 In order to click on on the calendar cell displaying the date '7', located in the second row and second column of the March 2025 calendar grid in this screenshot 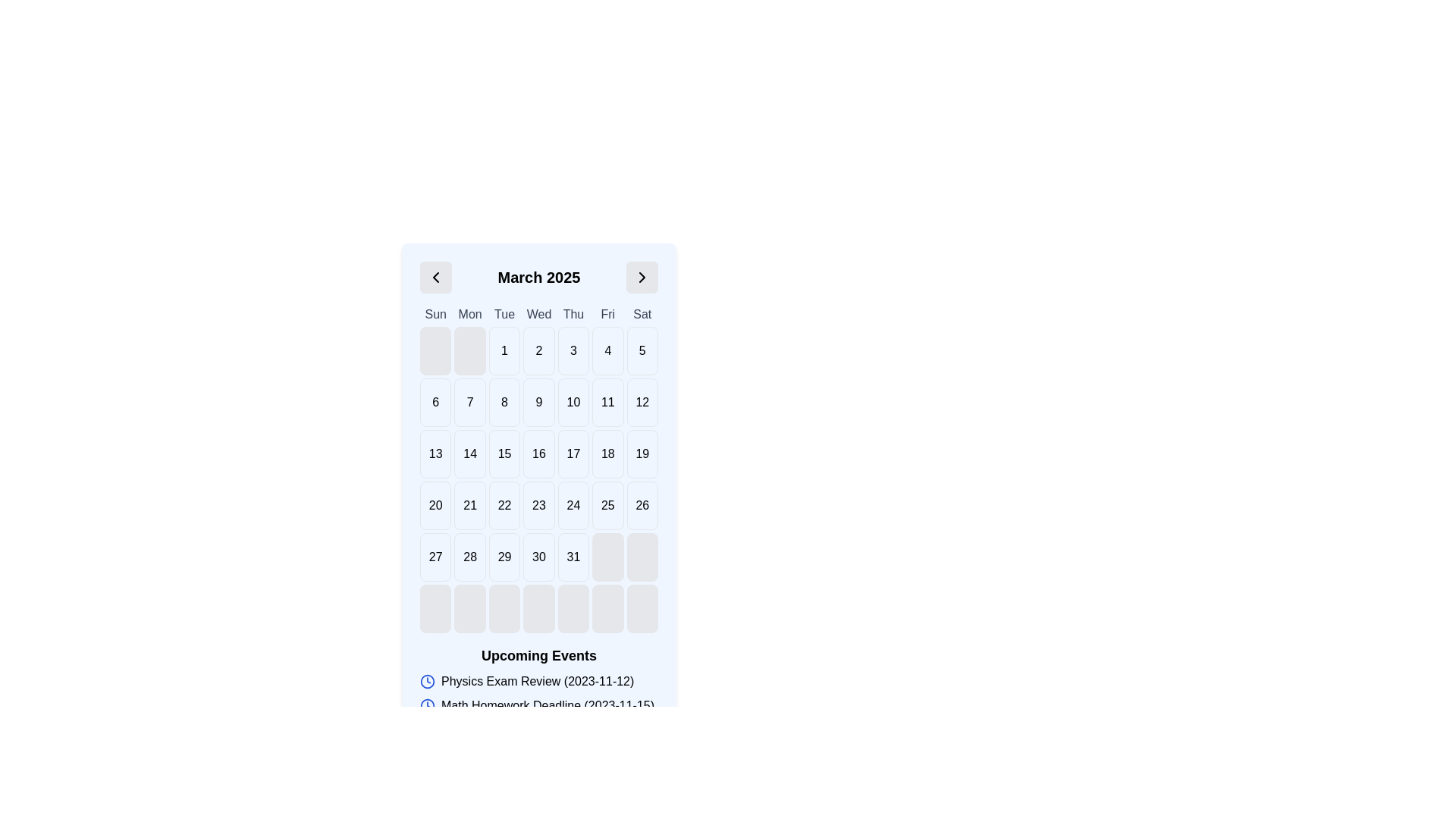, I will do `click(469, 402)`.